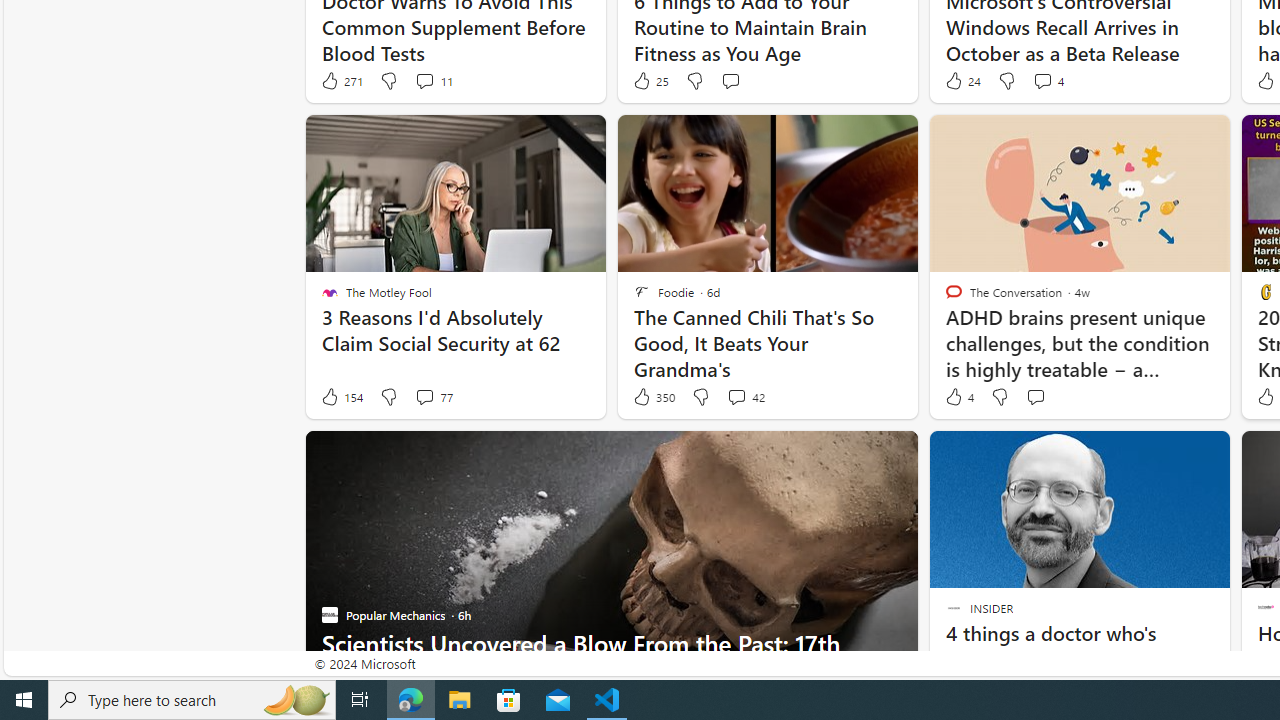 This screenshot has height=720, width=1280. Describe the element at coordinates (744, 397) in the screenshot. I see `'View comments 42 Comment'` at that location.